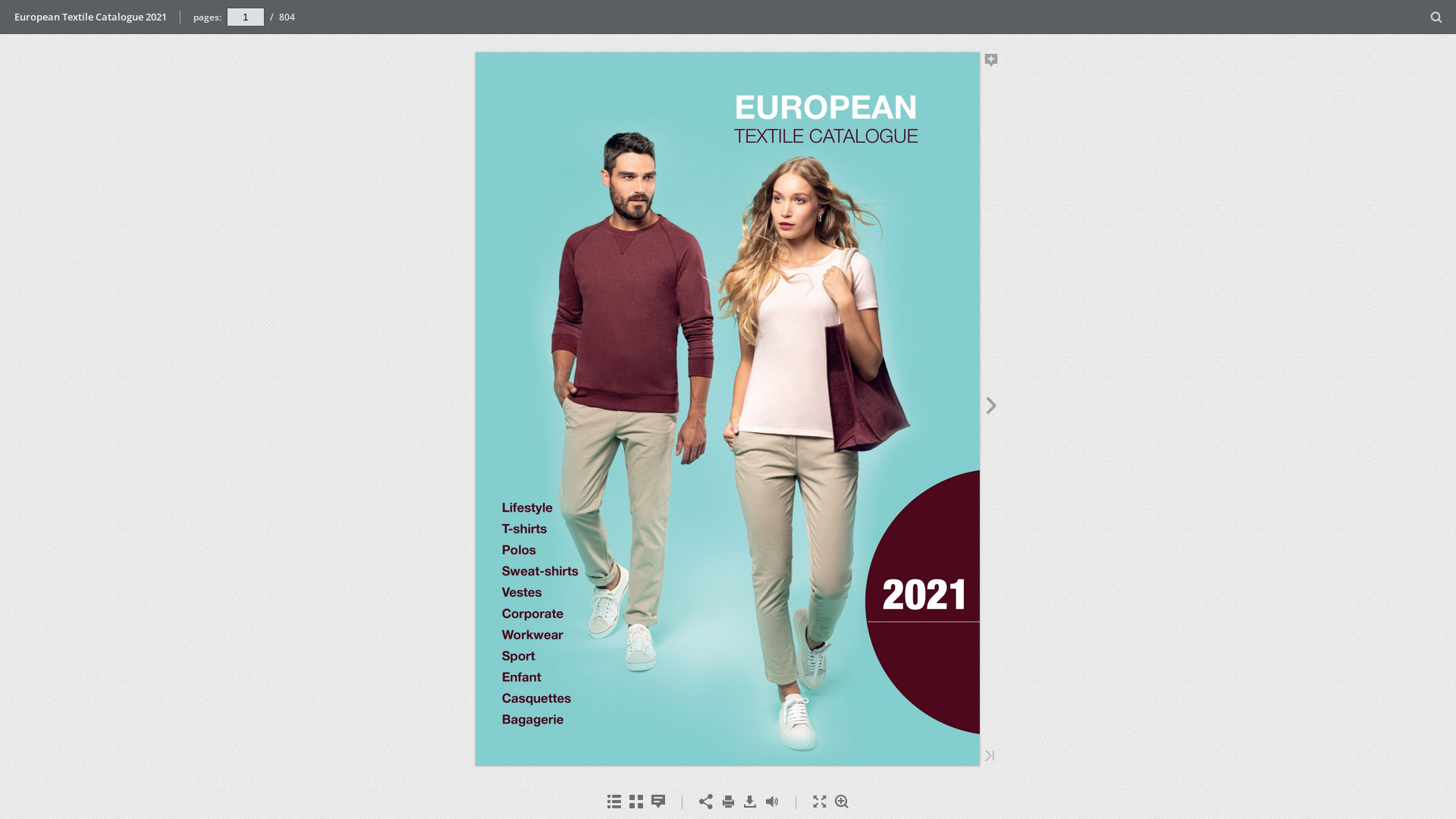  What do you see at coordinates (1425, 17) in the screenshot?
I see `'Search'` at bounding box center [1425, 17].